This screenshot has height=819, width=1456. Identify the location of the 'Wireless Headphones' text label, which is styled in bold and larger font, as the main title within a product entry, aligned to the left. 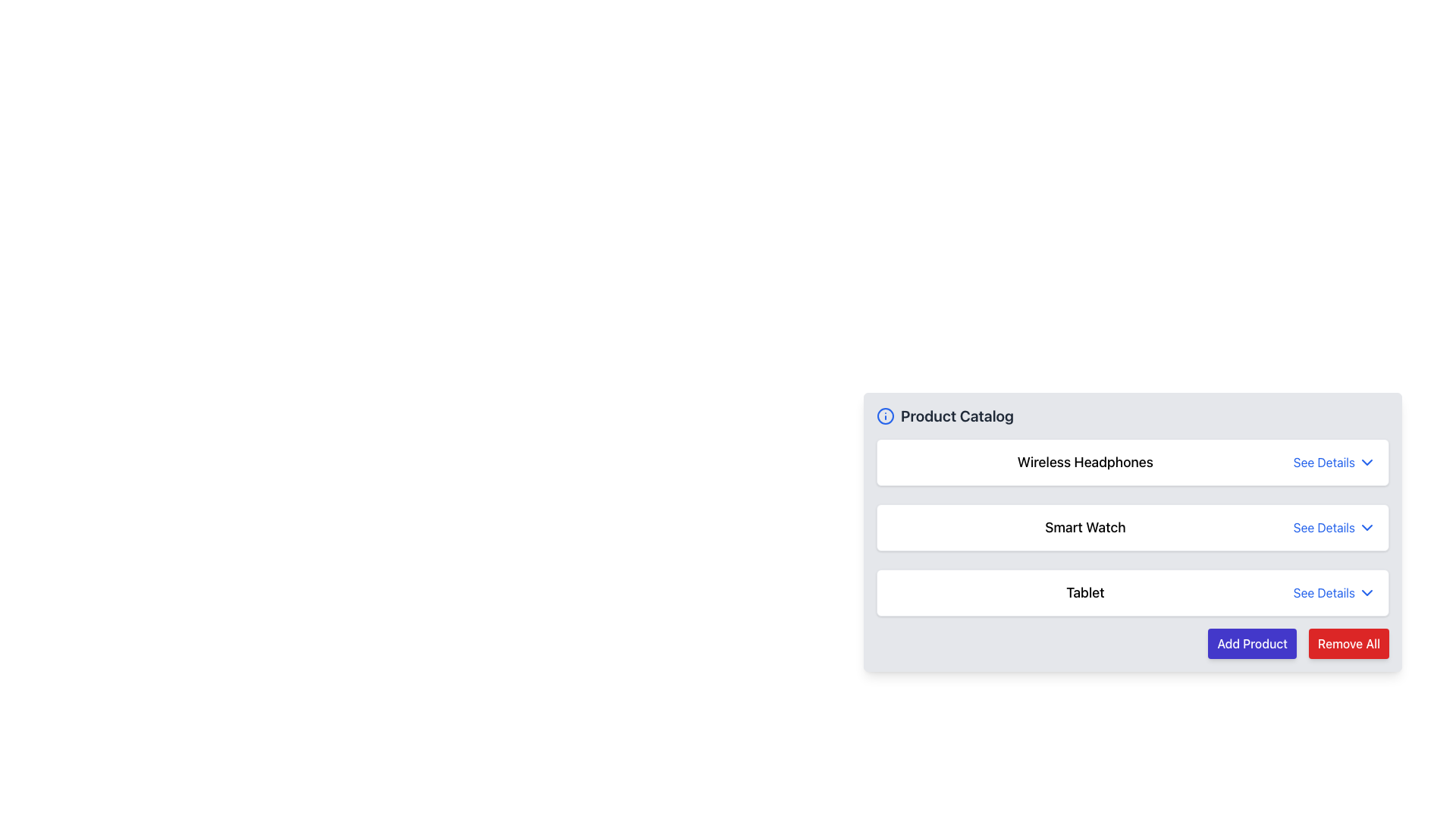
(1084, 461).